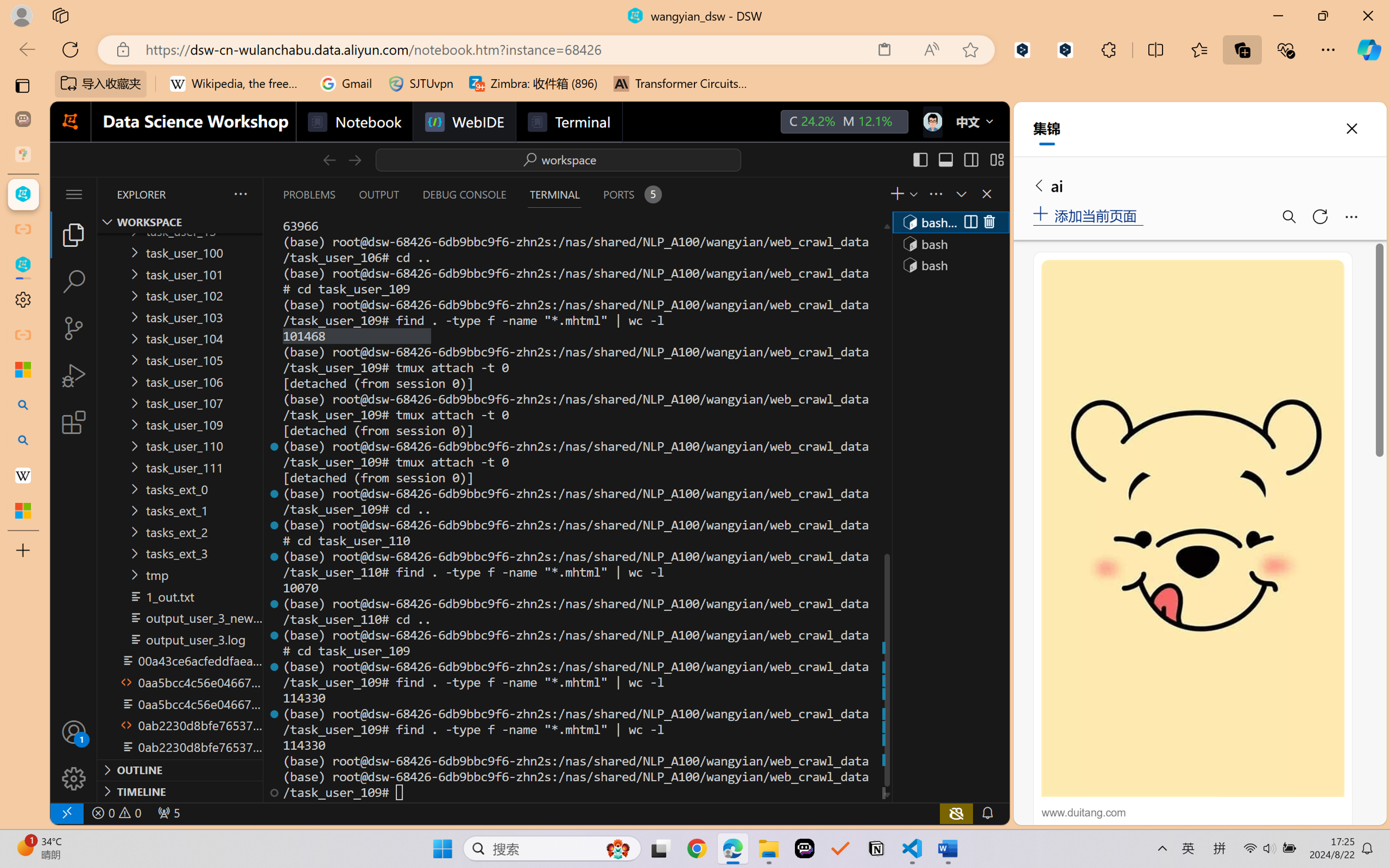 This screenshot has width=1390, height=868. What do you see at coordinates (73, 422) in the screenshot?
I see `'Extensions (Ctrl+Shift+X)'` at bounding box center [73, 422].